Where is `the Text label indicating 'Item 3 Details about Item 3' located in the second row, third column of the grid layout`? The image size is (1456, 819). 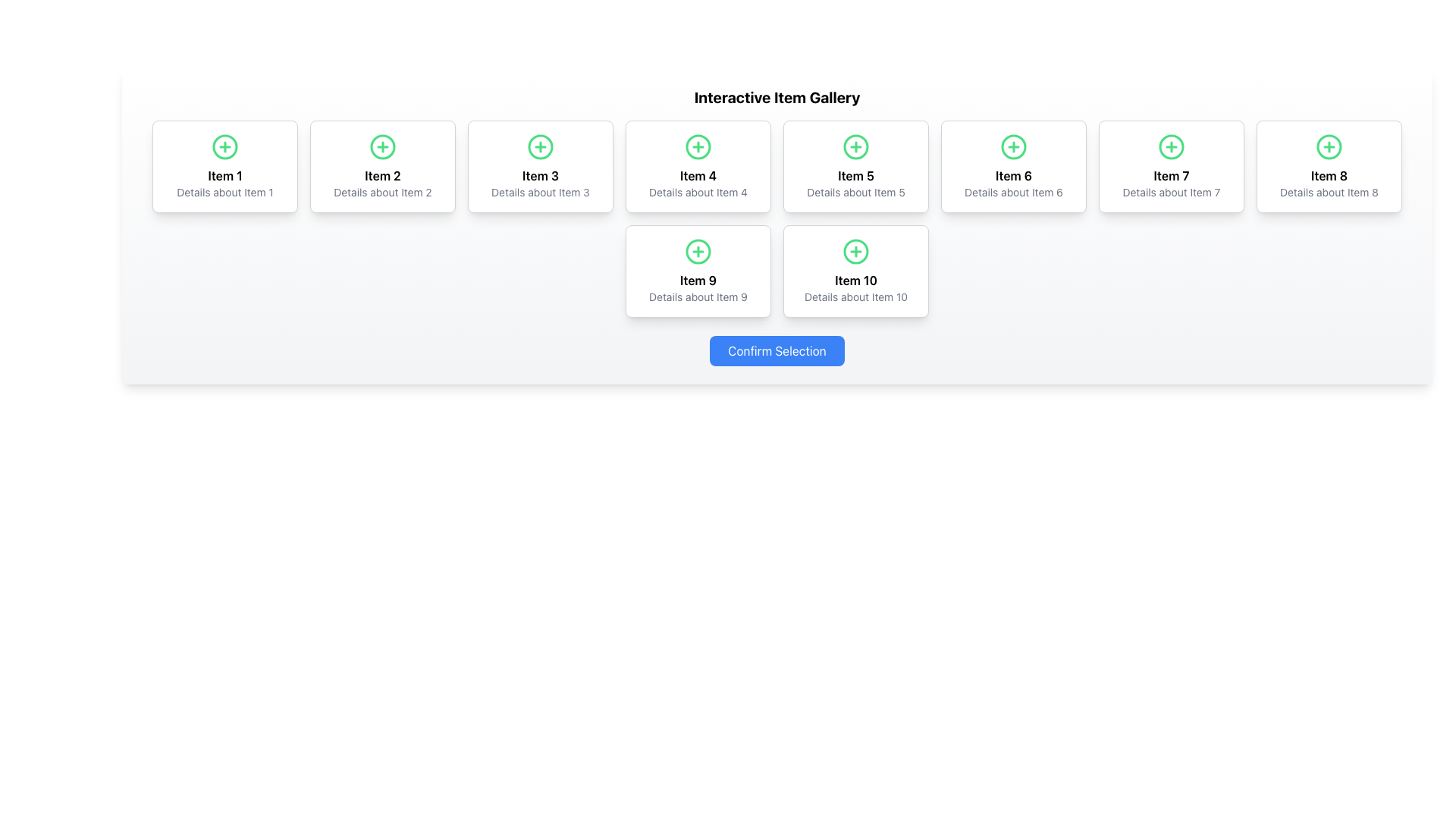 the Text label indicating 'Item 3 Details about Item 3' located in the second row, third column of the grid layout is located at coordinates (541, 174).